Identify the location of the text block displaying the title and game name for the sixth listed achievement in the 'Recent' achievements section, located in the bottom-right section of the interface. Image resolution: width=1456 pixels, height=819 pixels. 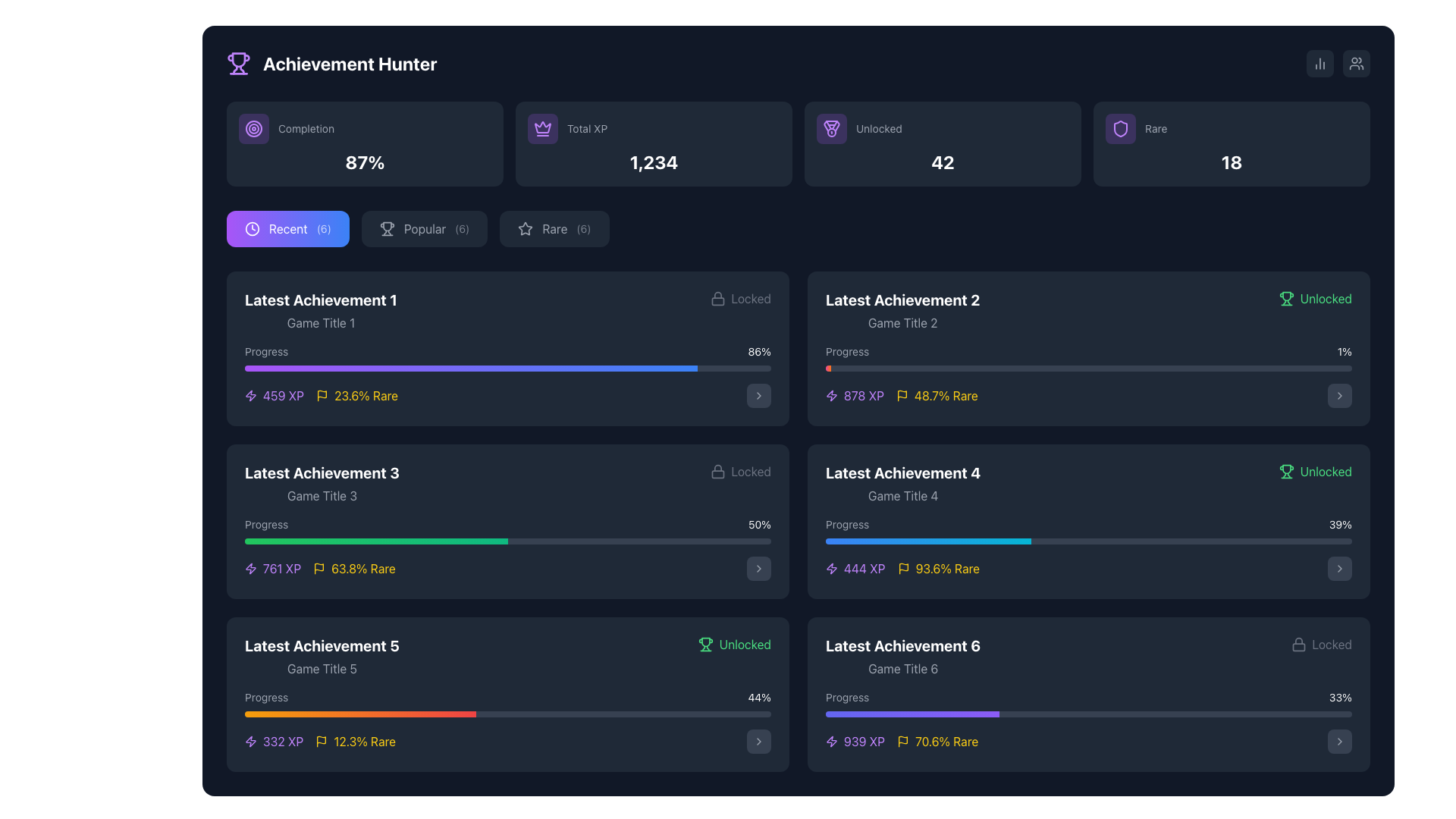
(903, 656).